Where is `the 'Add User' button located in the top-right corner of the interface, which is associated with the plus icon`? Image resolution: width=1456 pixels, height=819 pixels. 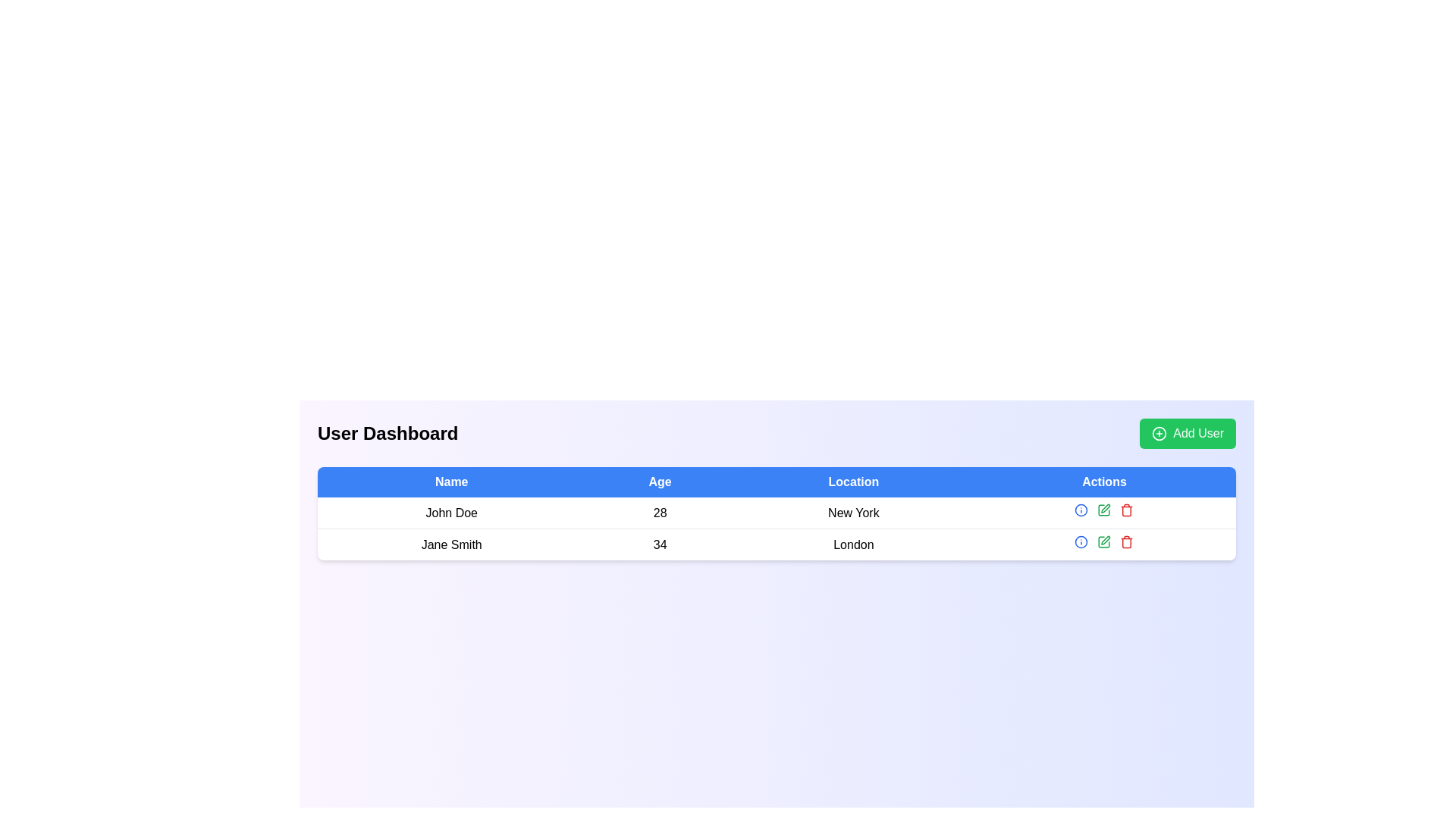 the 'Add User' button located in the top-right corner of the interface, which is associated with the plus icon is located at coordinates (1159, 433).